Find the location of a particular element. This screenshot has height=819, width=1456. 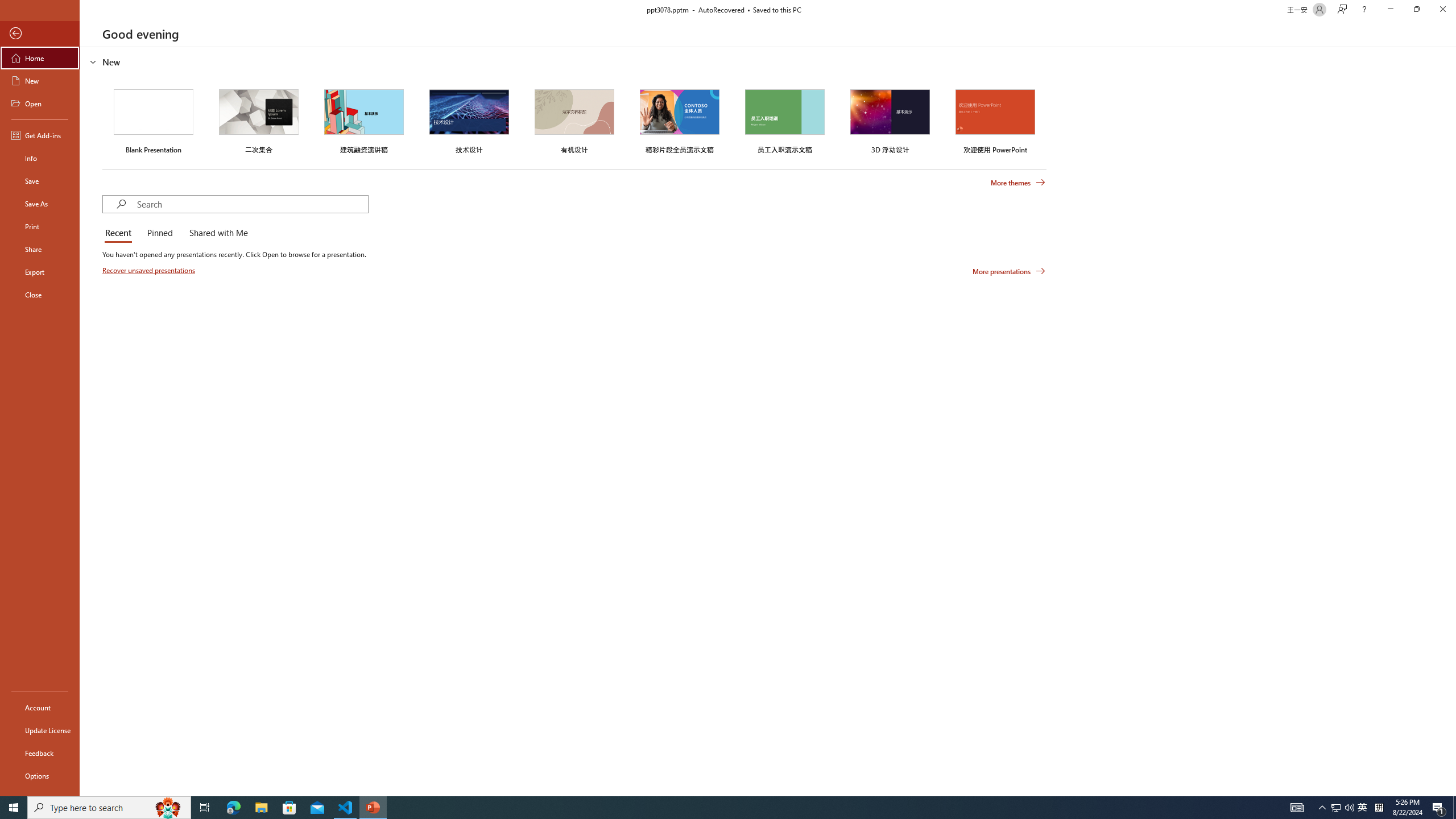

'More themes' is located at coordinates (1017, 183).